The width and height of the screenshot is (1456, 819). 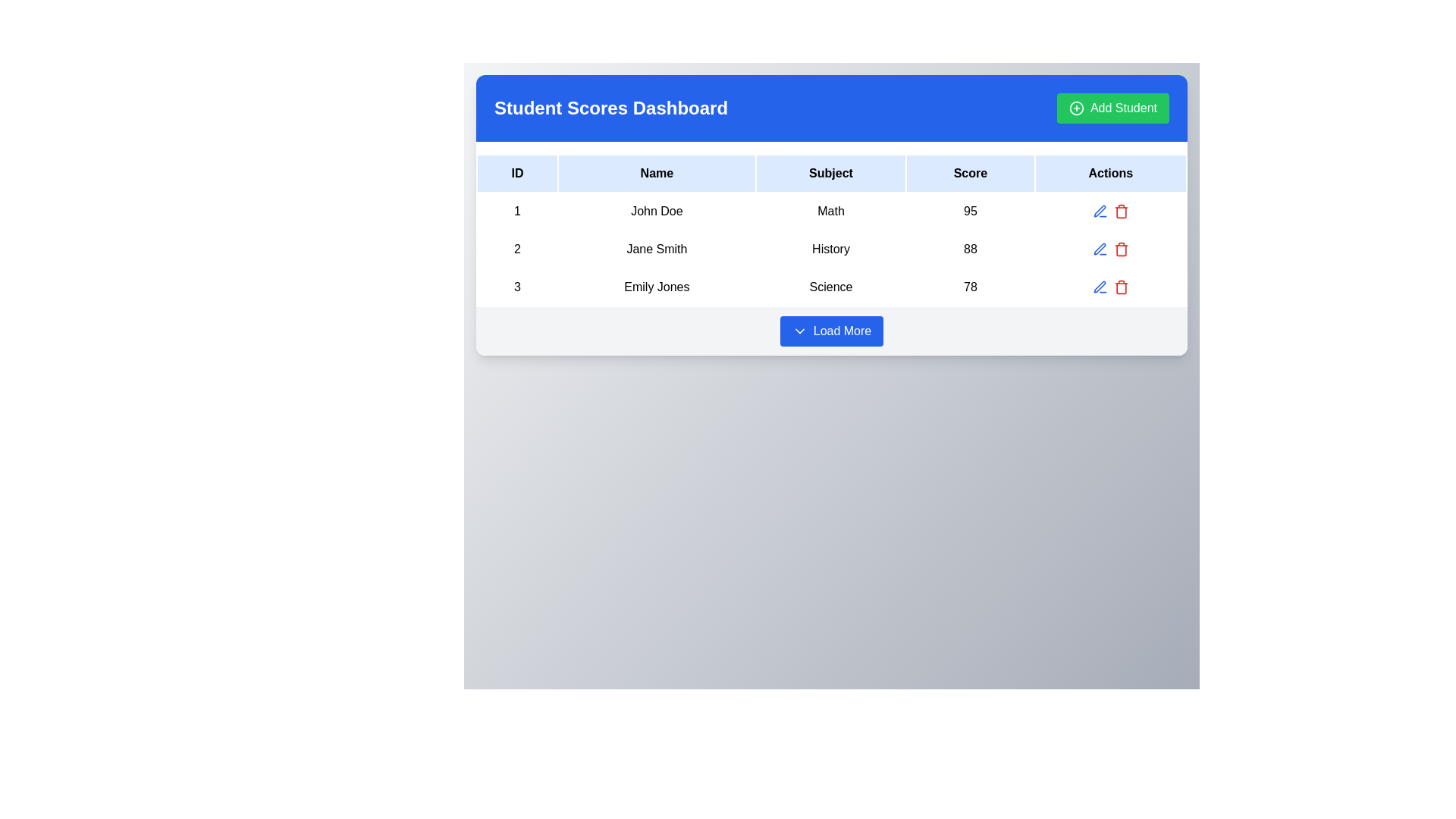 I want to click on the last column header text label in the table that indicates actions such as edit or delete for each row, positioned to the right of the Score header, so click(x=1110, y=172).